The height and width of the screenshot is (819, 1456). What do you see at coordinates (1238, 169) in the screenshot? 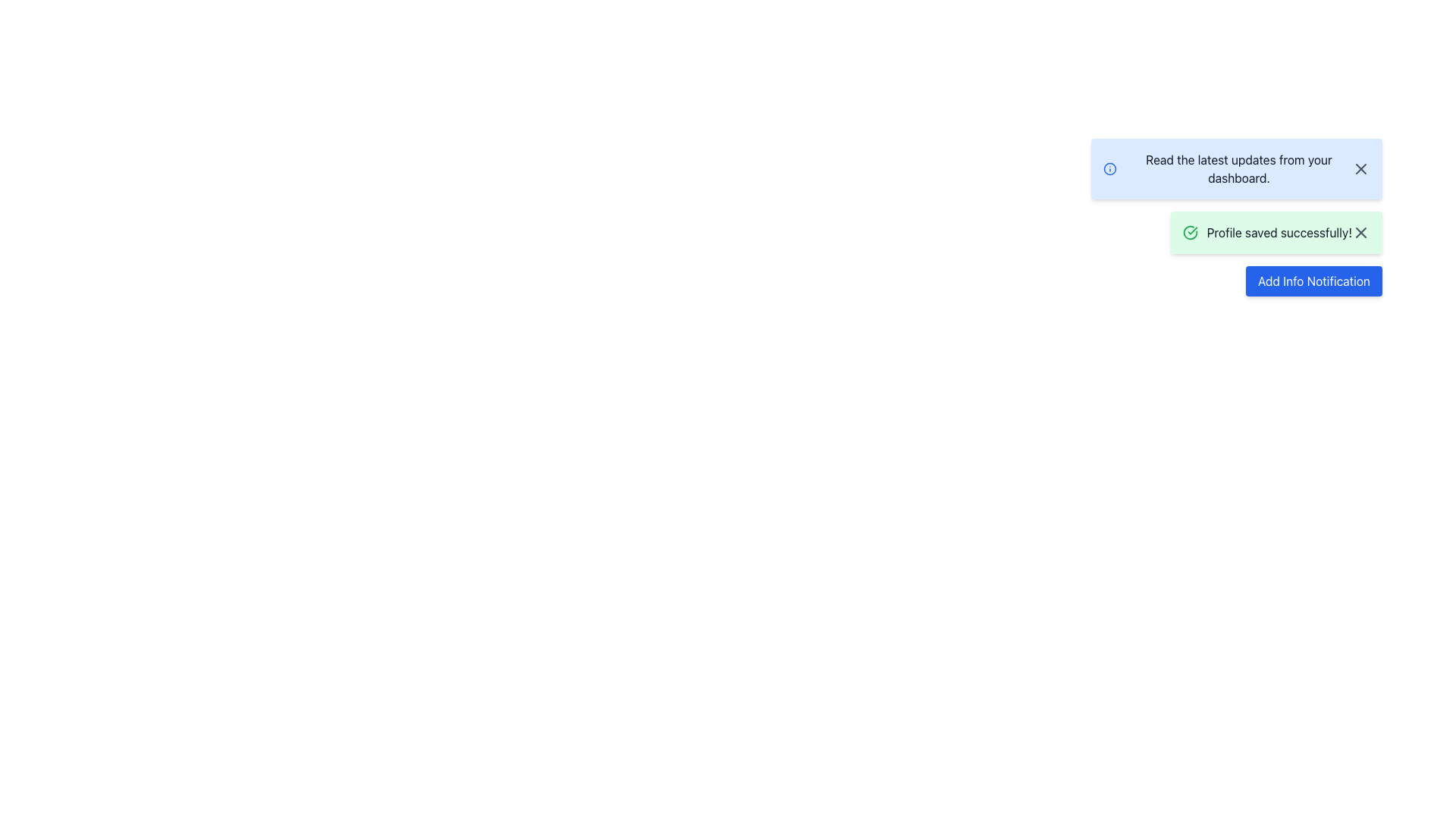
I see `text displayed in the light blue notification box that conveys updates related to the user's dashboard` at bounding box center [1238, 169].